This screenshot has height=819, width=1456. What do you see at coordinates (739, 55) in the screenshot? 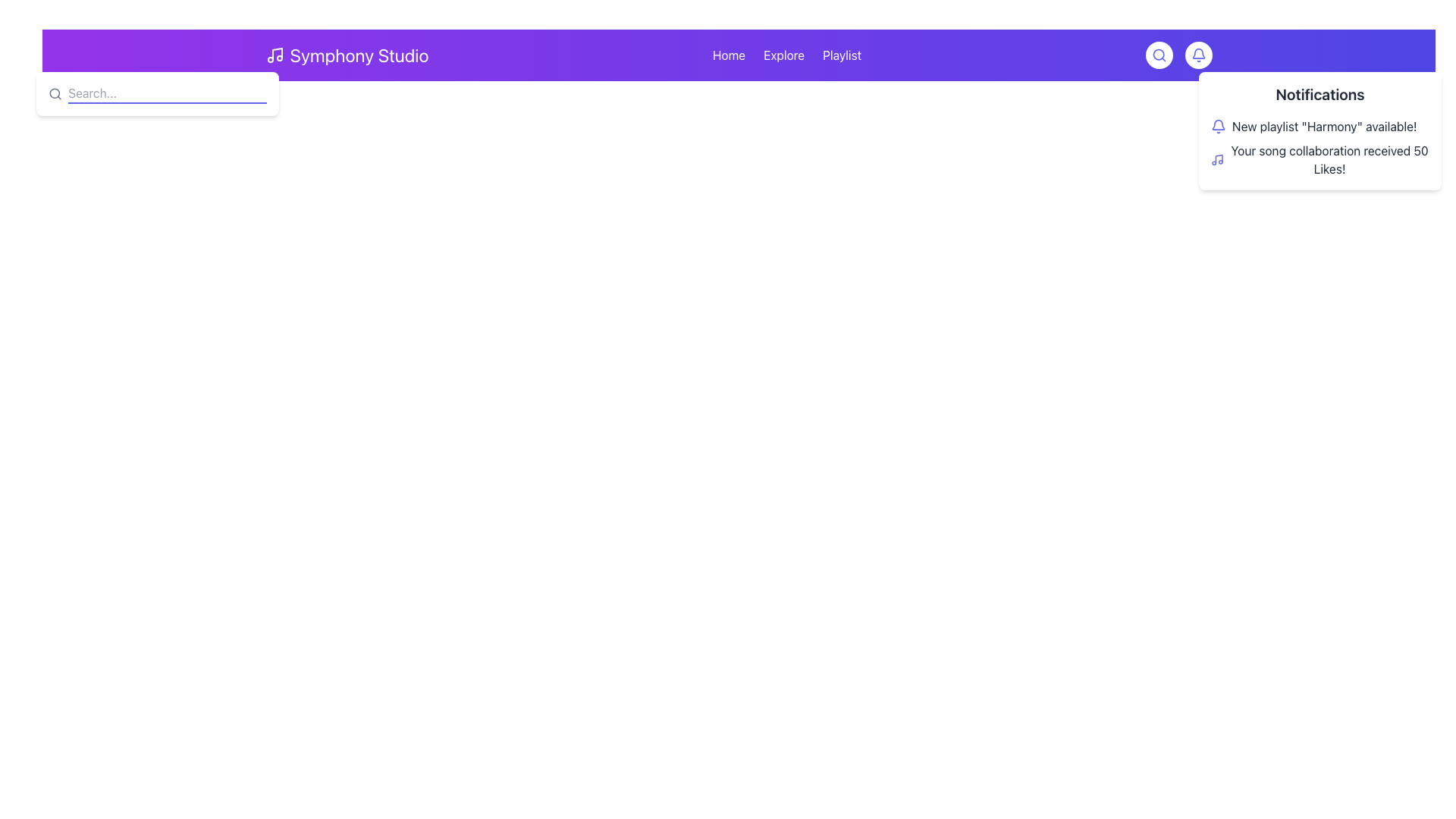
I see `the navigation link in the header bar` at bounding box center [739, 55].